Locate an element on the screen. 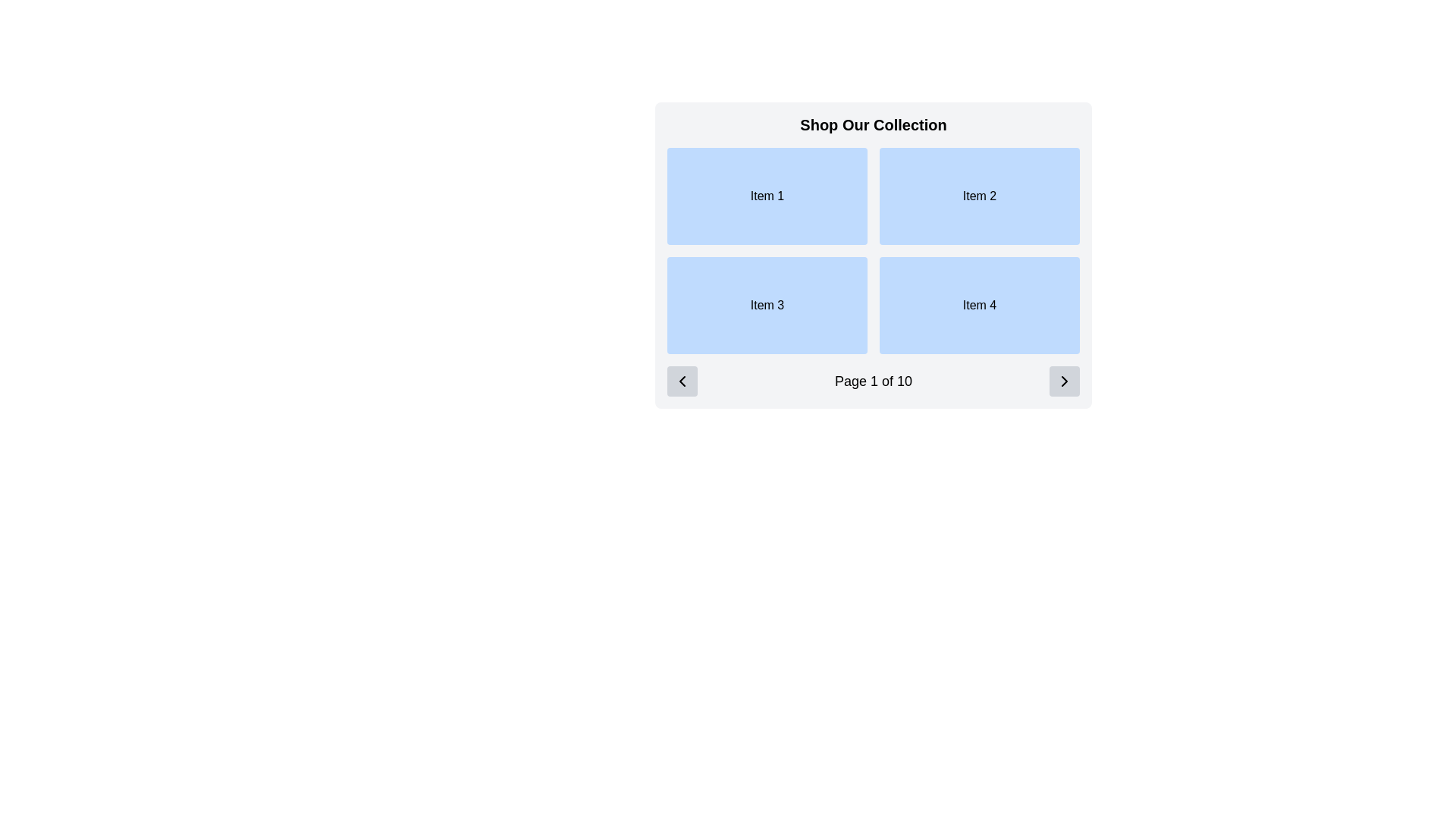  the 'previous page' button located at the bottom-left corner of the pagination interface is located at coordinates (682, 380).